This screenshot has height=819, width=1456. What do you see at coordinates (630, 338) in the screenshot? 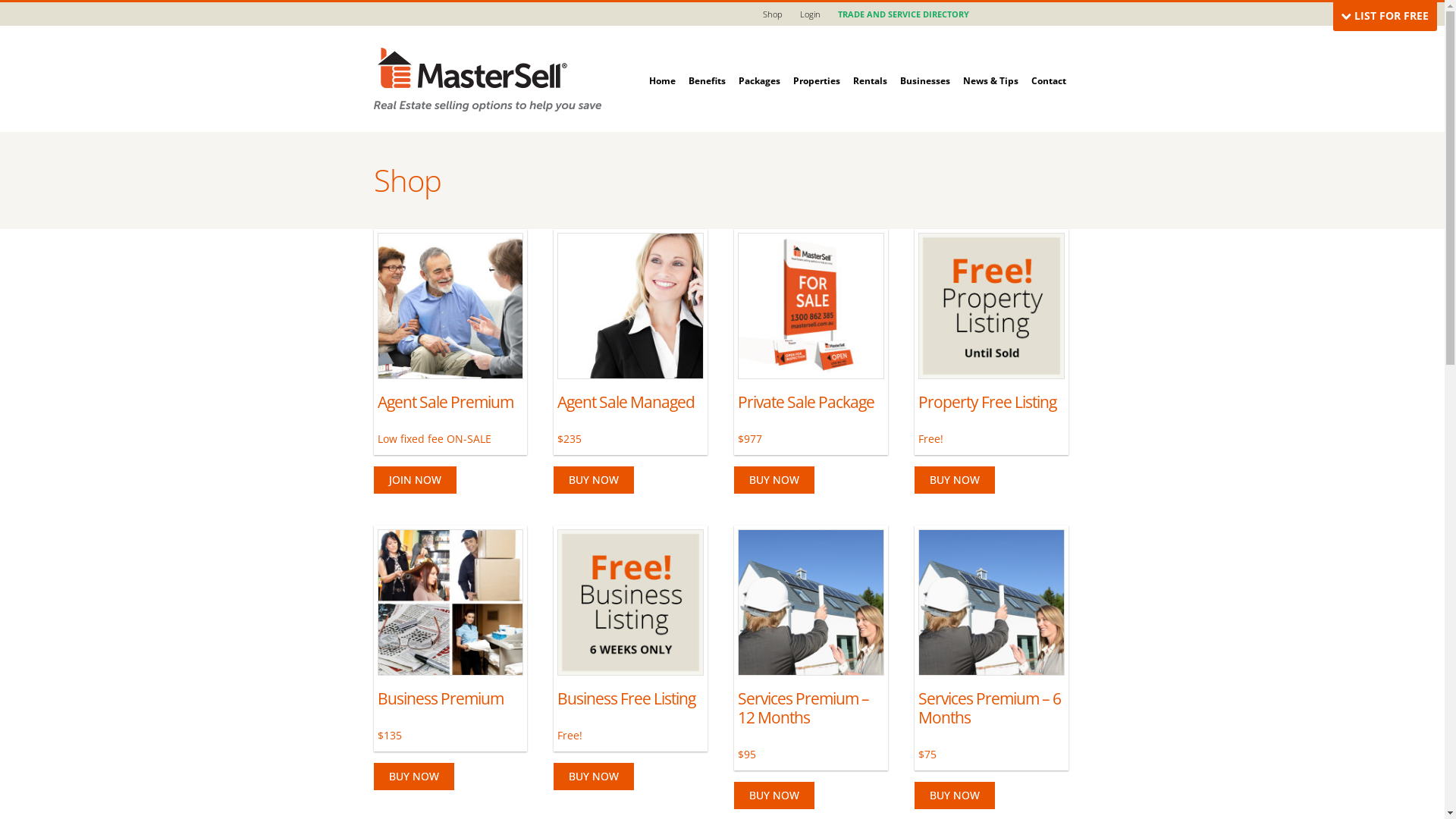
I see `'Agent Sale Managed` at bounding box center [630, 338].